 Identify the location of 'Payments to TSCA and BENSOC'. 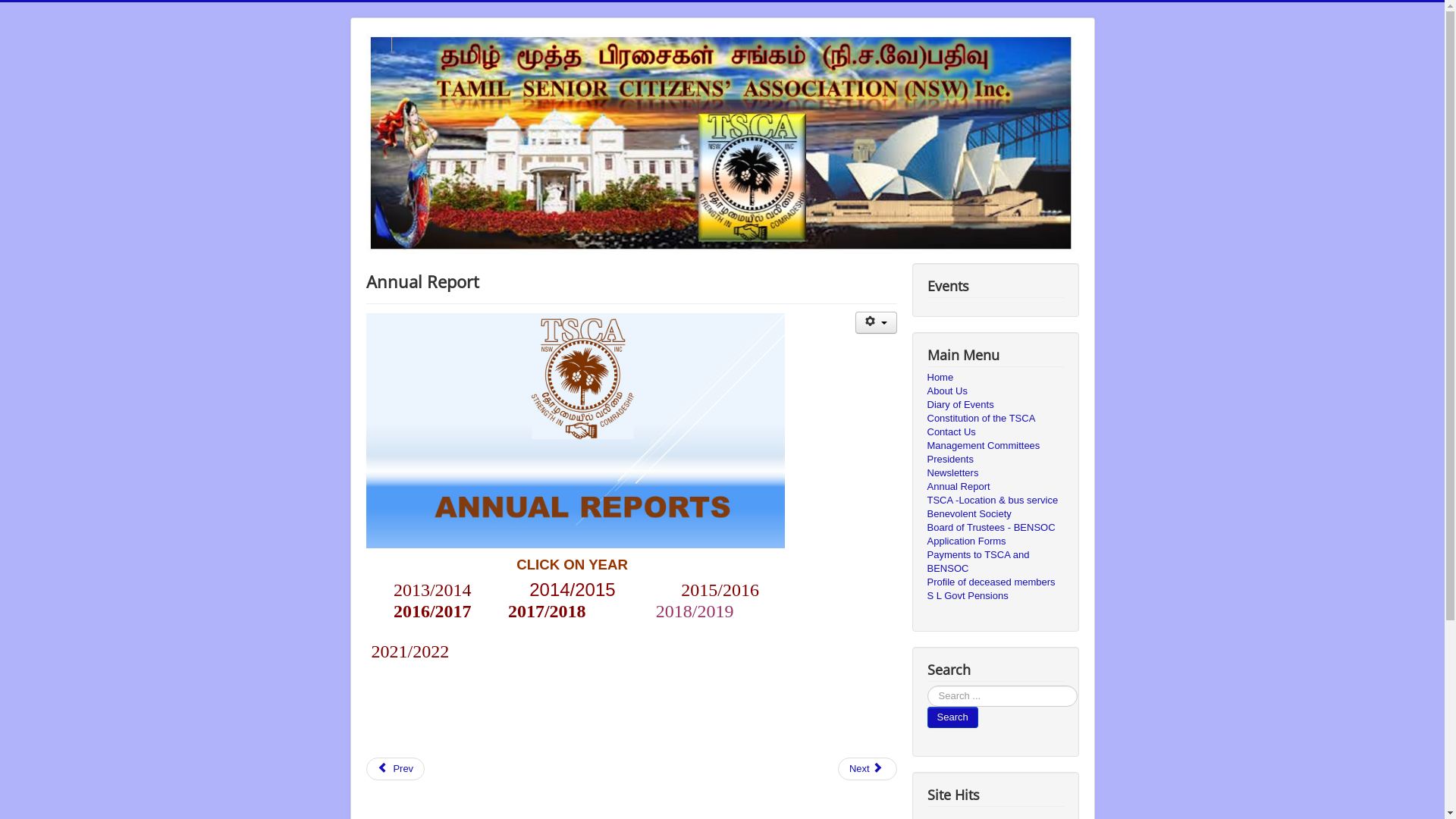
(926, 561).